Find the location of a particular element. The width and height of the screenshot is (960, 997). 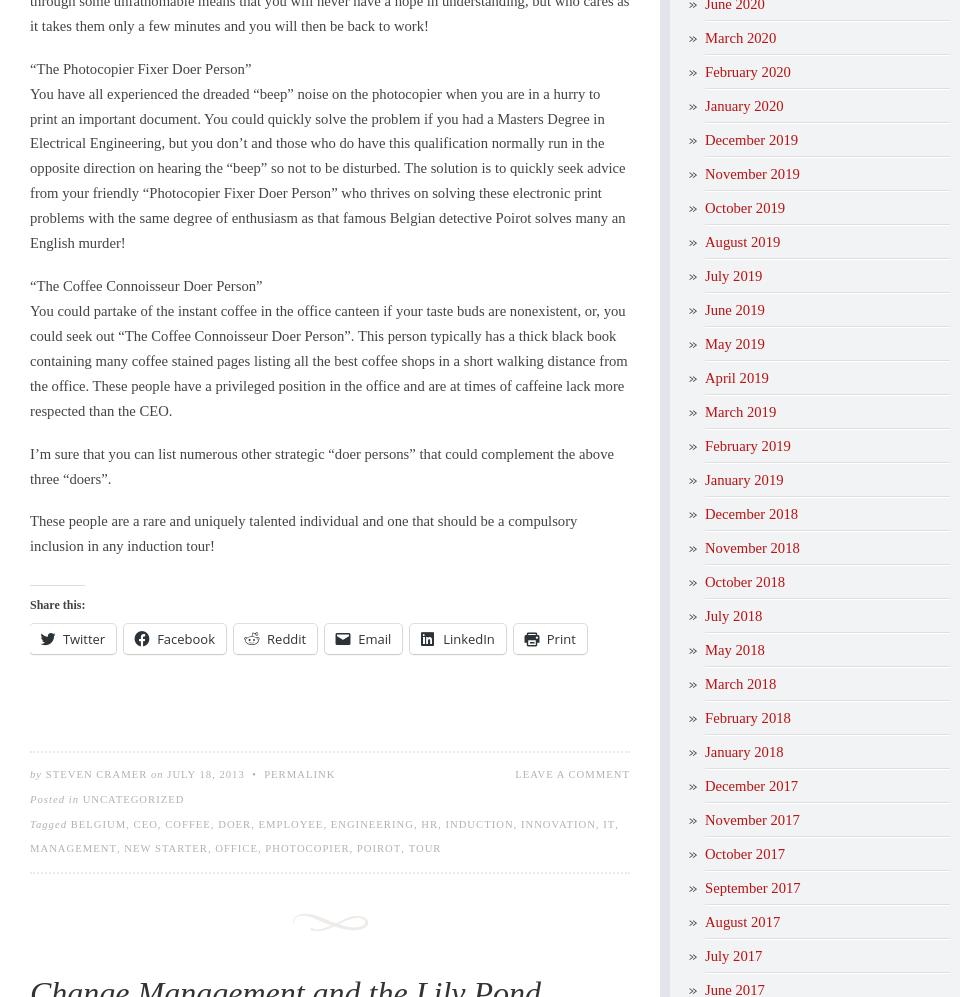

'doer' is located at coordinates (218, 823).